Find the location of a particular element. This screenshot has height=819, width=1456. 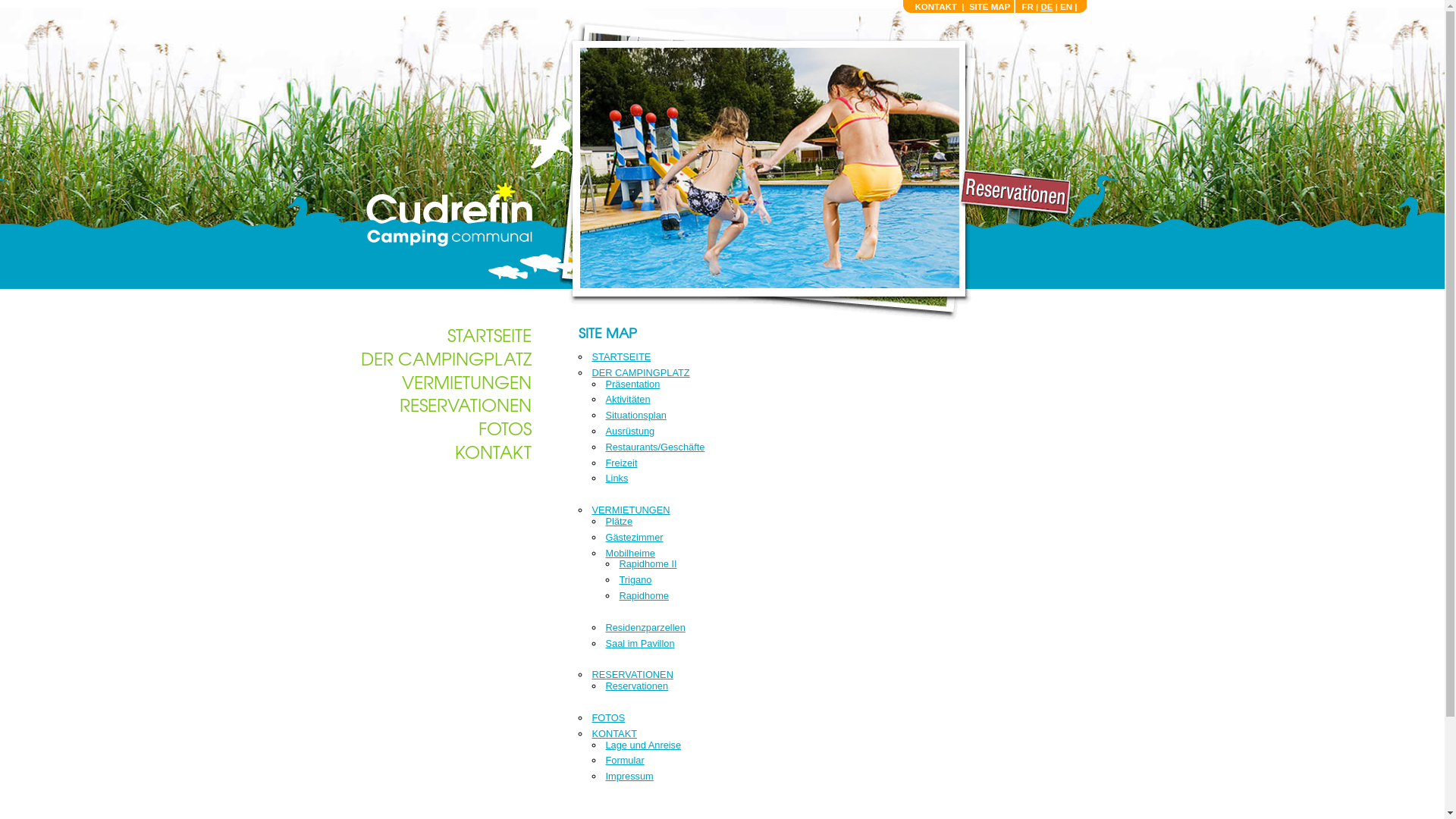

'Situationsplan' is located at coordinates (635, 415).